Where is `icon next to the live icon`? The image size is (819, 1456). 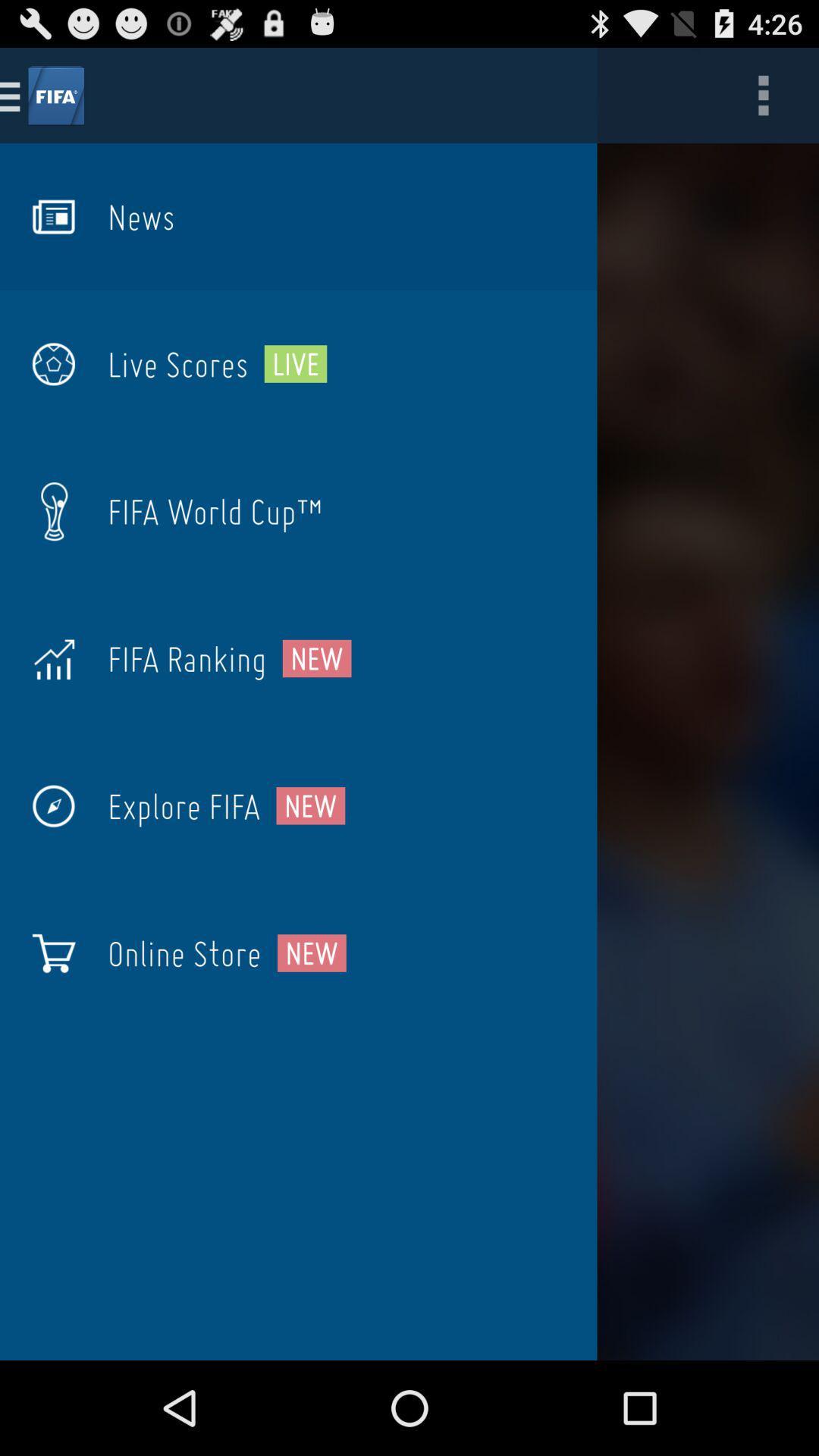
icon next to the live icon is located at coordinates (177, 364).